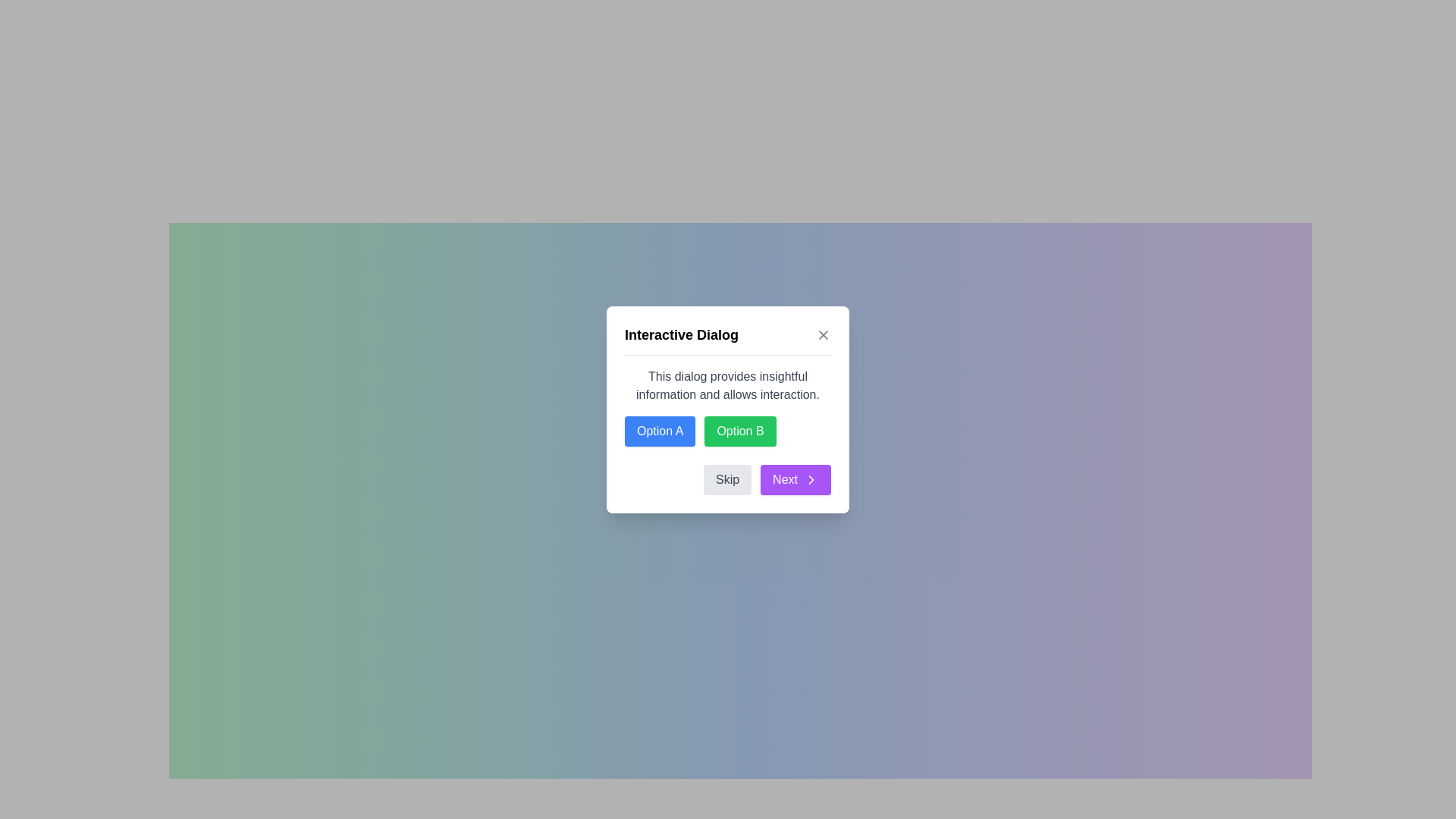 This screenshot has height=819, width=1456. Describe the element at coordinates (822, 333) in the screenshot. I see `the Close button located in the top-right corner of the 'Interactive Dialog' to change its color` at that location.